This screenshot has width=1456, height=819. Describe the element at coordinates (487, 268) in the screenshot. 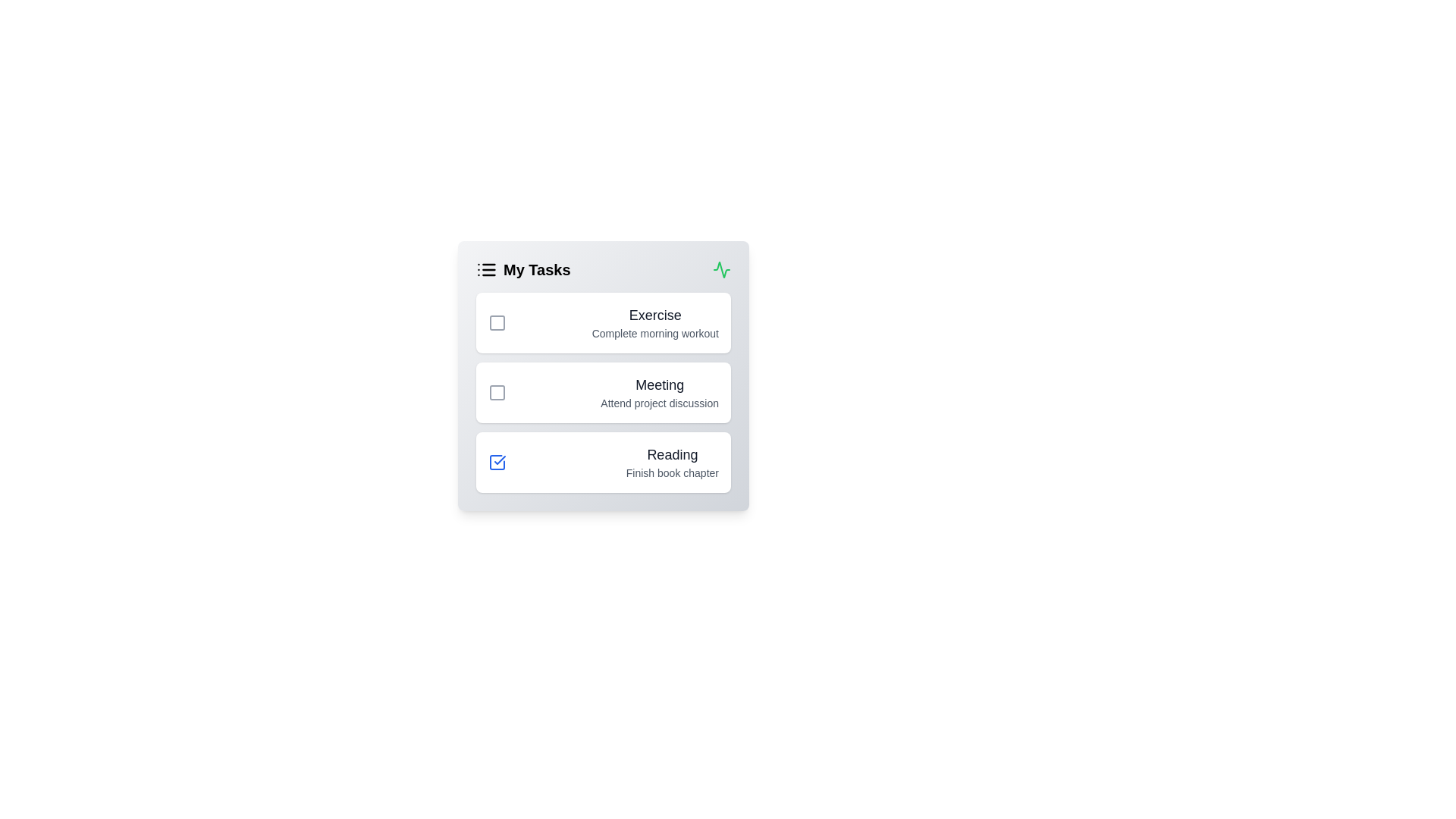

I see `the header icon list` at that location.